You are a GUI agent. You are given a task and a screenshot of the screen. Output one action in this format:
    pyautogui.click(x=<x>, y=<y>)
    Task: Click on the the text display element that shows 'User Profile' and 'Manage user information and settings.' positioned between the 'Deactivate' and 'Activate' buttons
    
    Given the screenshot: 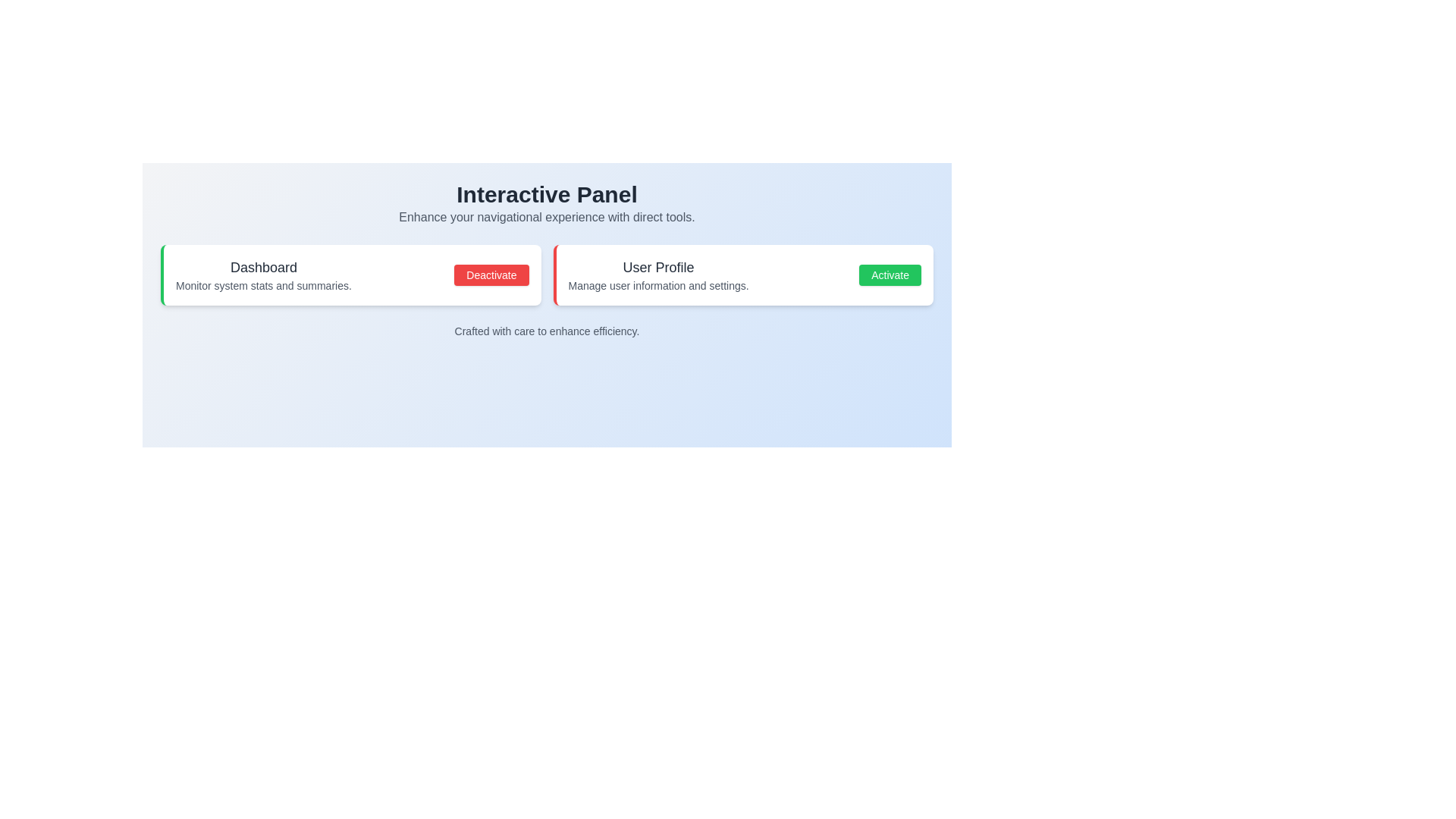 What is the action you would take?
    pyautogui.click(x=658, y=275)
    